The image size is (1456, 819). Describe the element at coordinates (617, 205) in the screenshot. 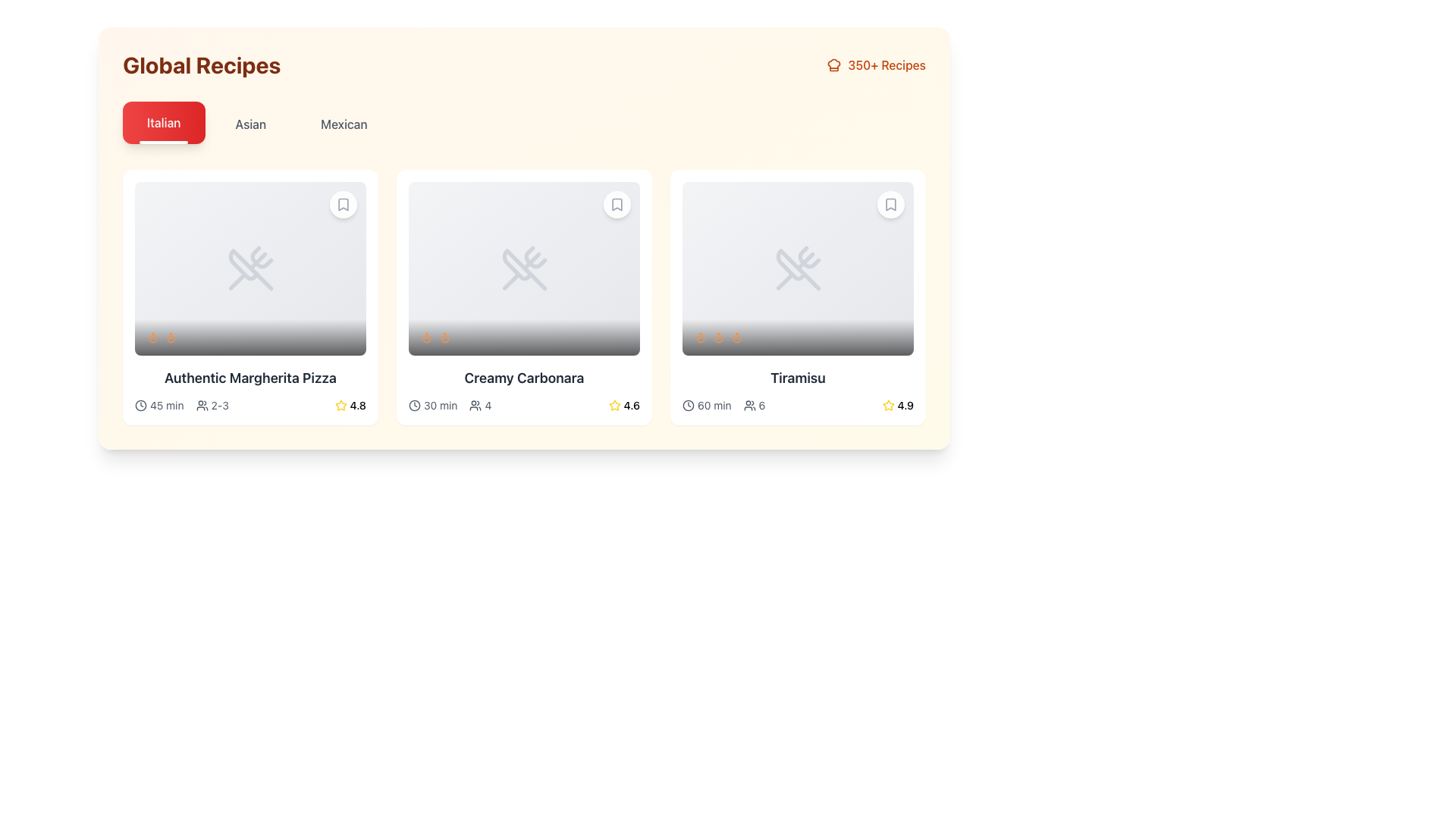

I see `the bookmark icon in the top-right corner of the 'Creamy Carbonara' recipe card` at that location.